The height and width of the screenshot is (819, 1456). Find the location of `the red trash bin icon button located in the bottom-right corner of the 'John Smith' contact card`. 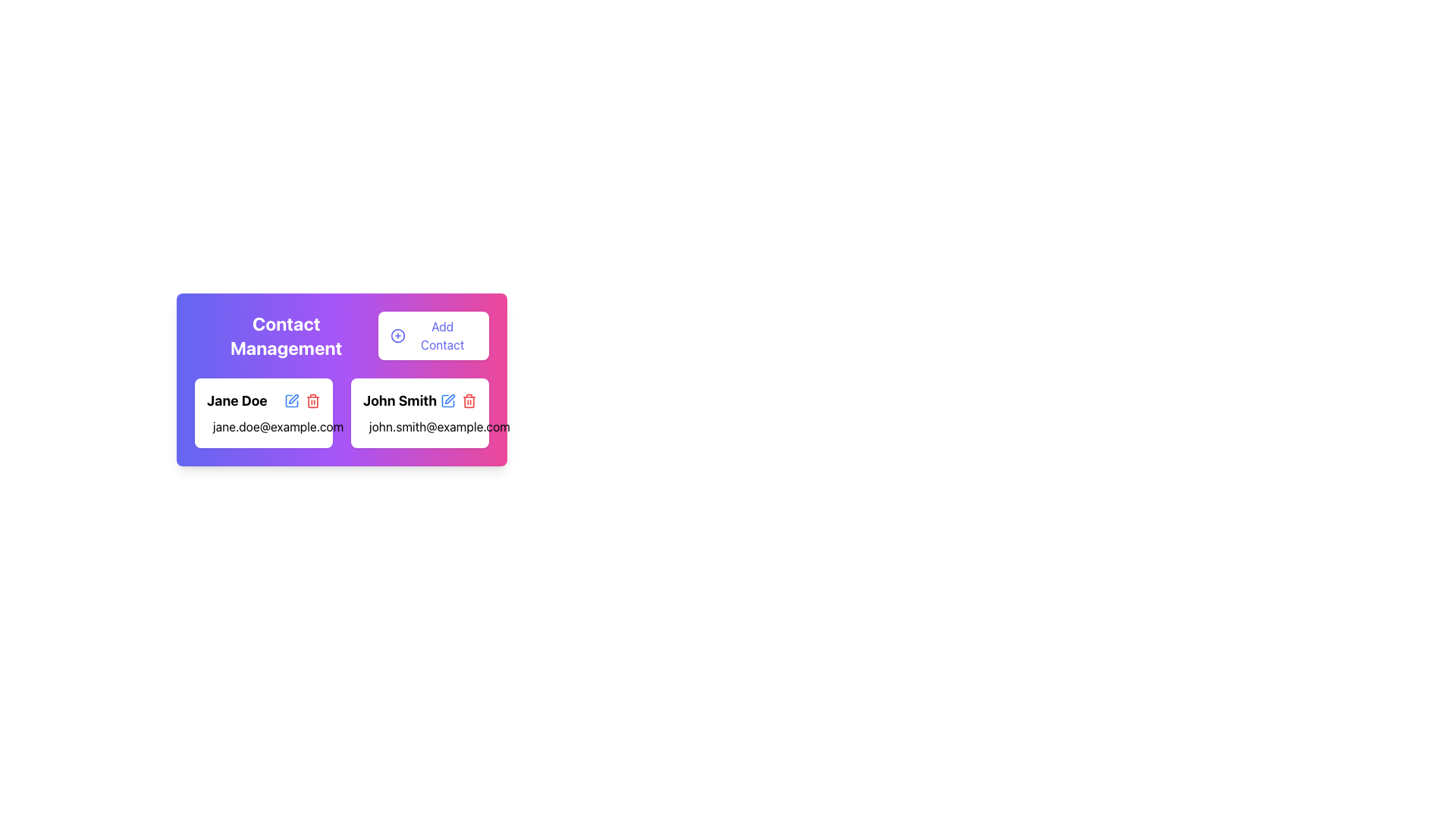

the red trash bin icon button located in the bottom-right corner of the 'John Smith' contact card is located at coordinates (469, 400).